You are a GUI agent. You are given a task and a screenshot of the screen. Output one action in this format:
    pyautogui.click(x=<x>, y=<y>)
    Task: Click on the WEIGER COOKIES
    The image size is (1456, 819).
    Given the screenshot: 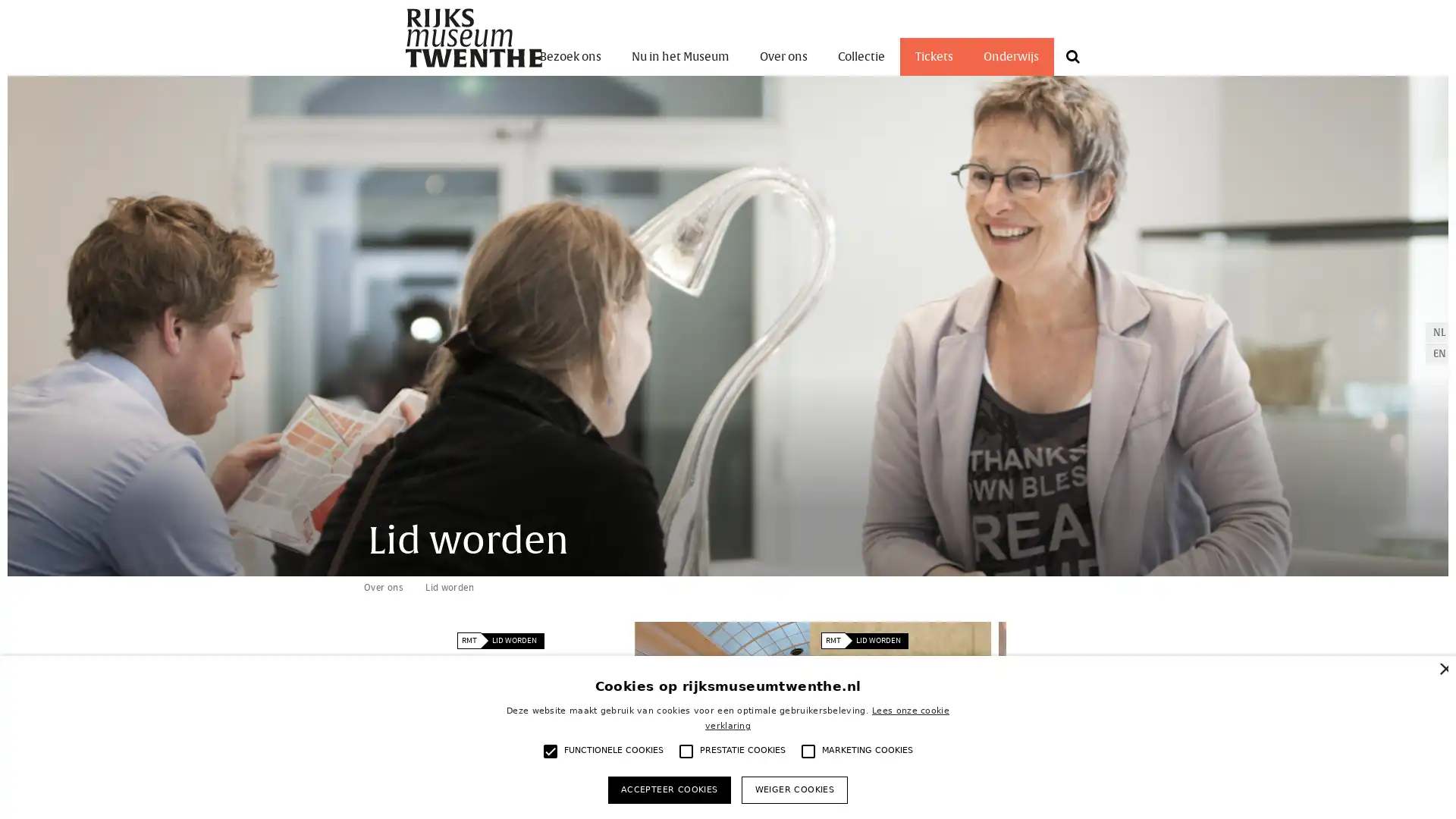 What is the action you would take?
    pyautogui.click(x=793, y=789)
    